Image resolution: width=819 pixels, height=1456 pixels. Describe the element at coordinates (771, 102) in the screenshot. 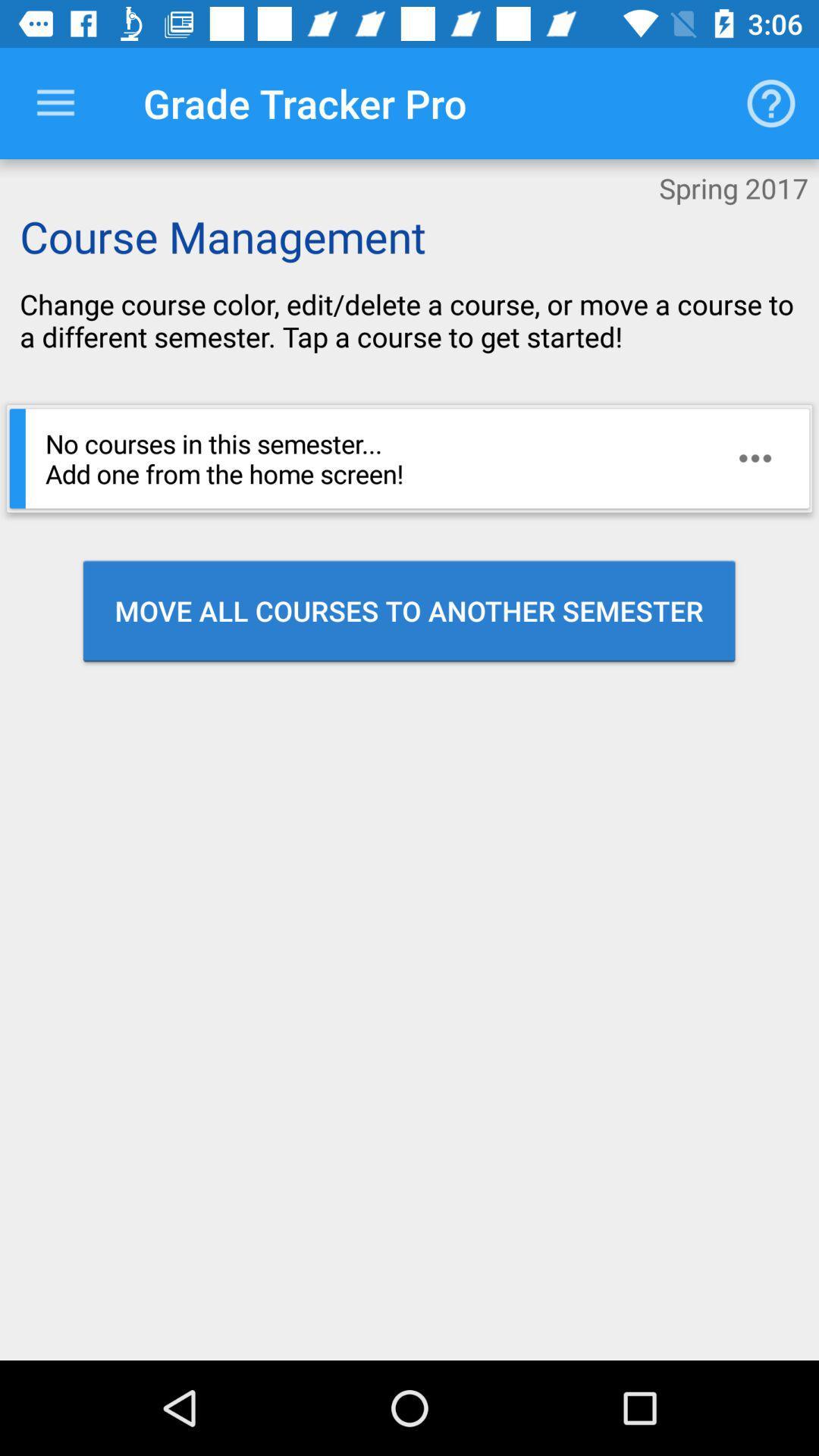

I see `the item next to the grade tracker pro icon` at that location.